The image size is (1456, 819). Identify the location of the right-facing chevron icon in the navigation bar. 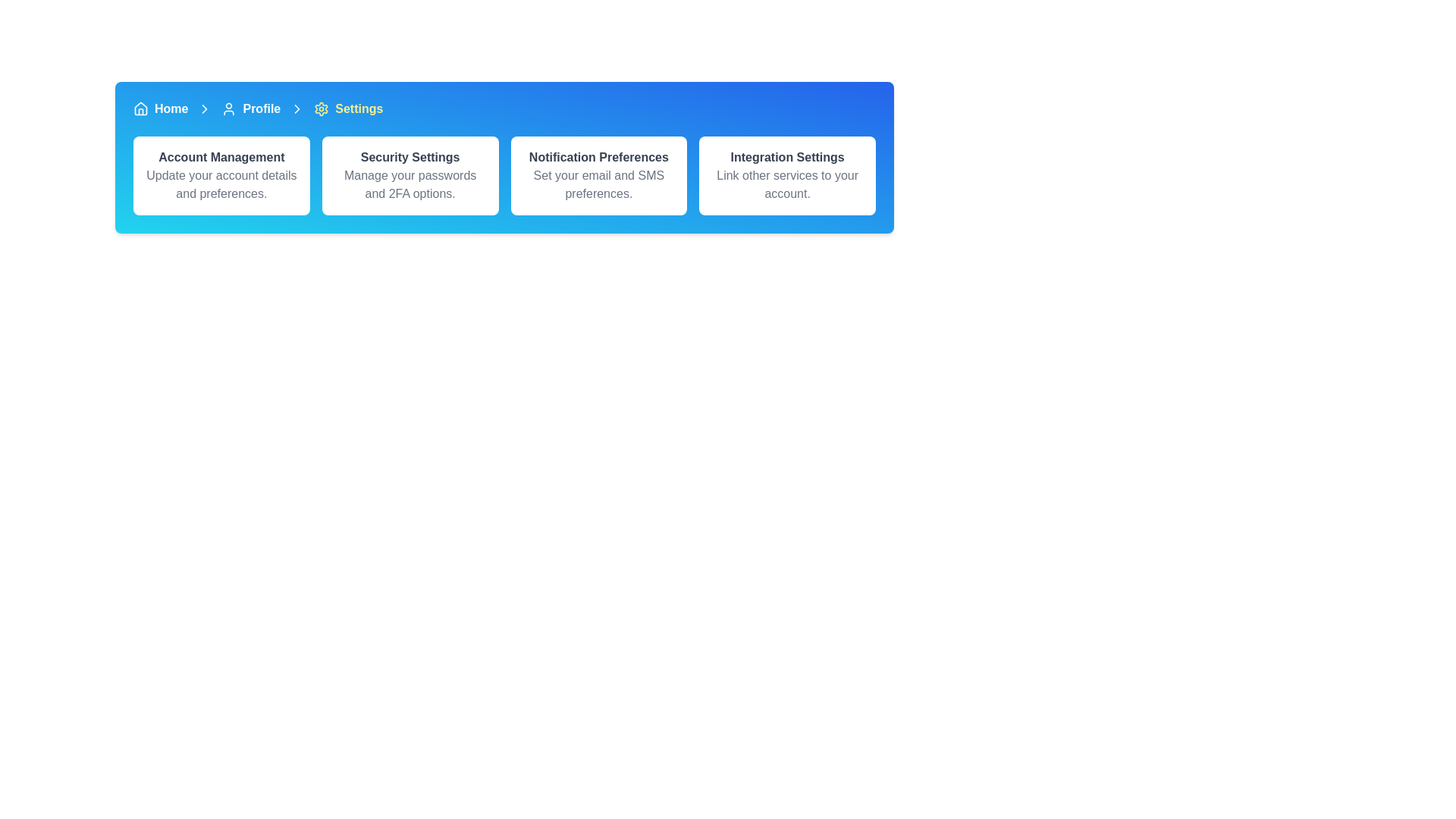
(297, 108).